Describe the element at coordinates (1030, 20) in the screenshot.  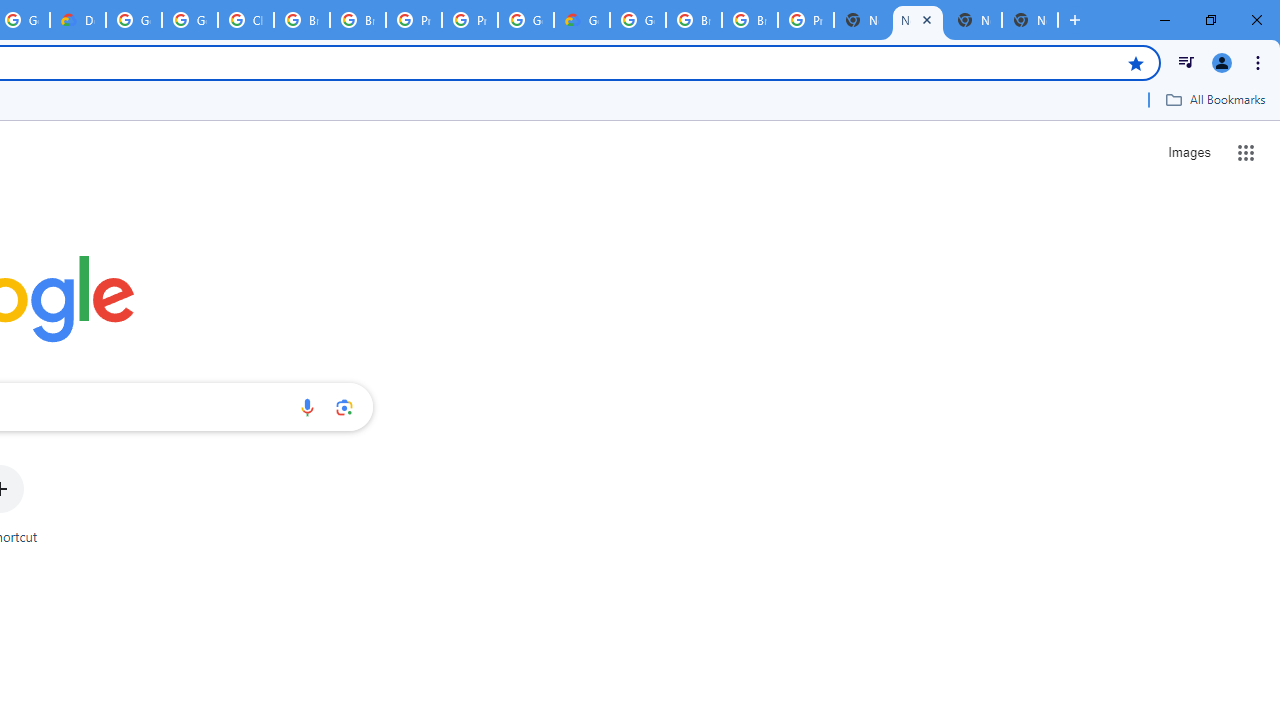
I see `'New Tab'` at that location.